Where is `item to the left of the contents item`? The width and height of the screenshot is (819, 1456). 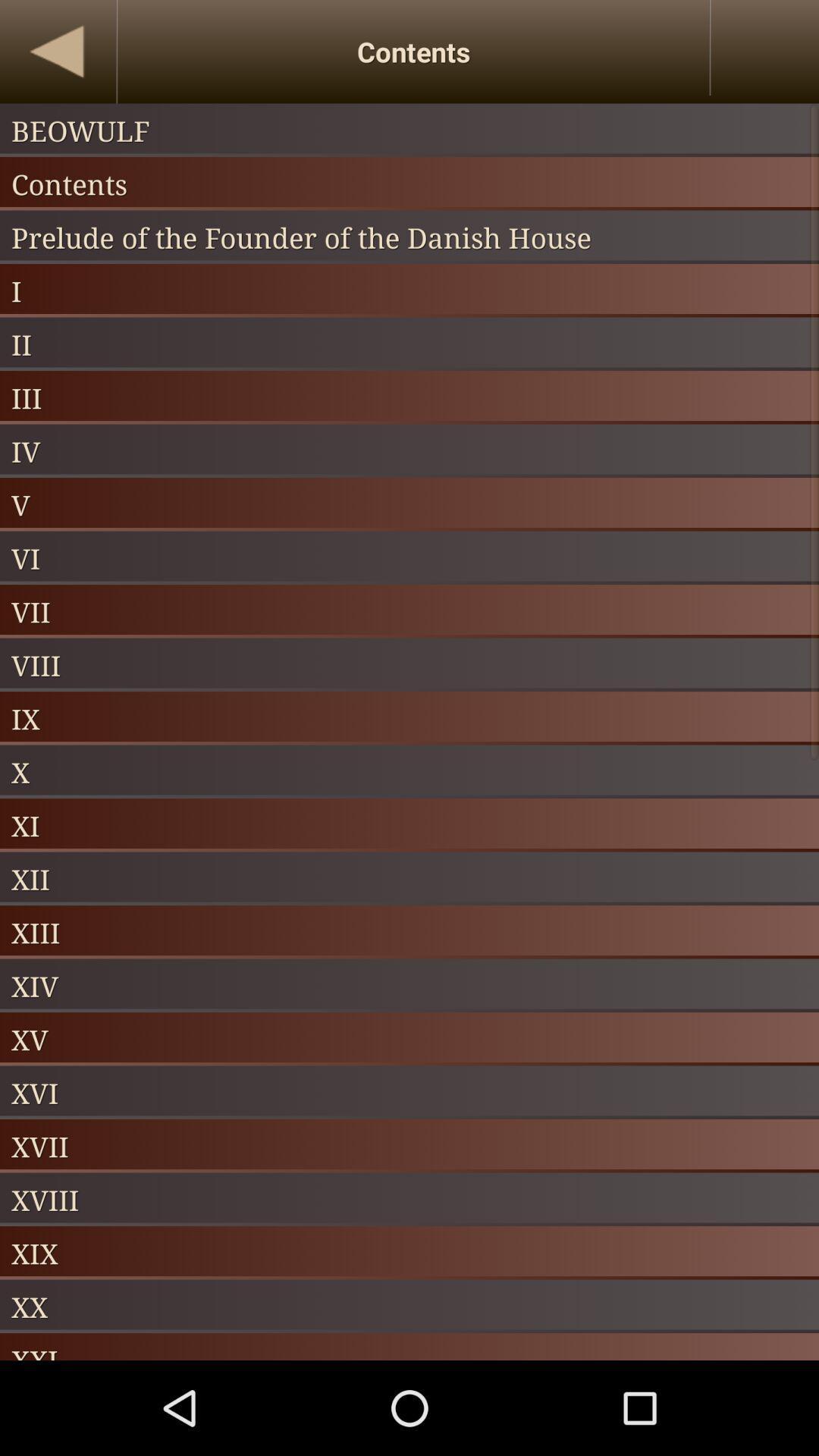 item to the left of the contents item is located at coordinates (57, 52).